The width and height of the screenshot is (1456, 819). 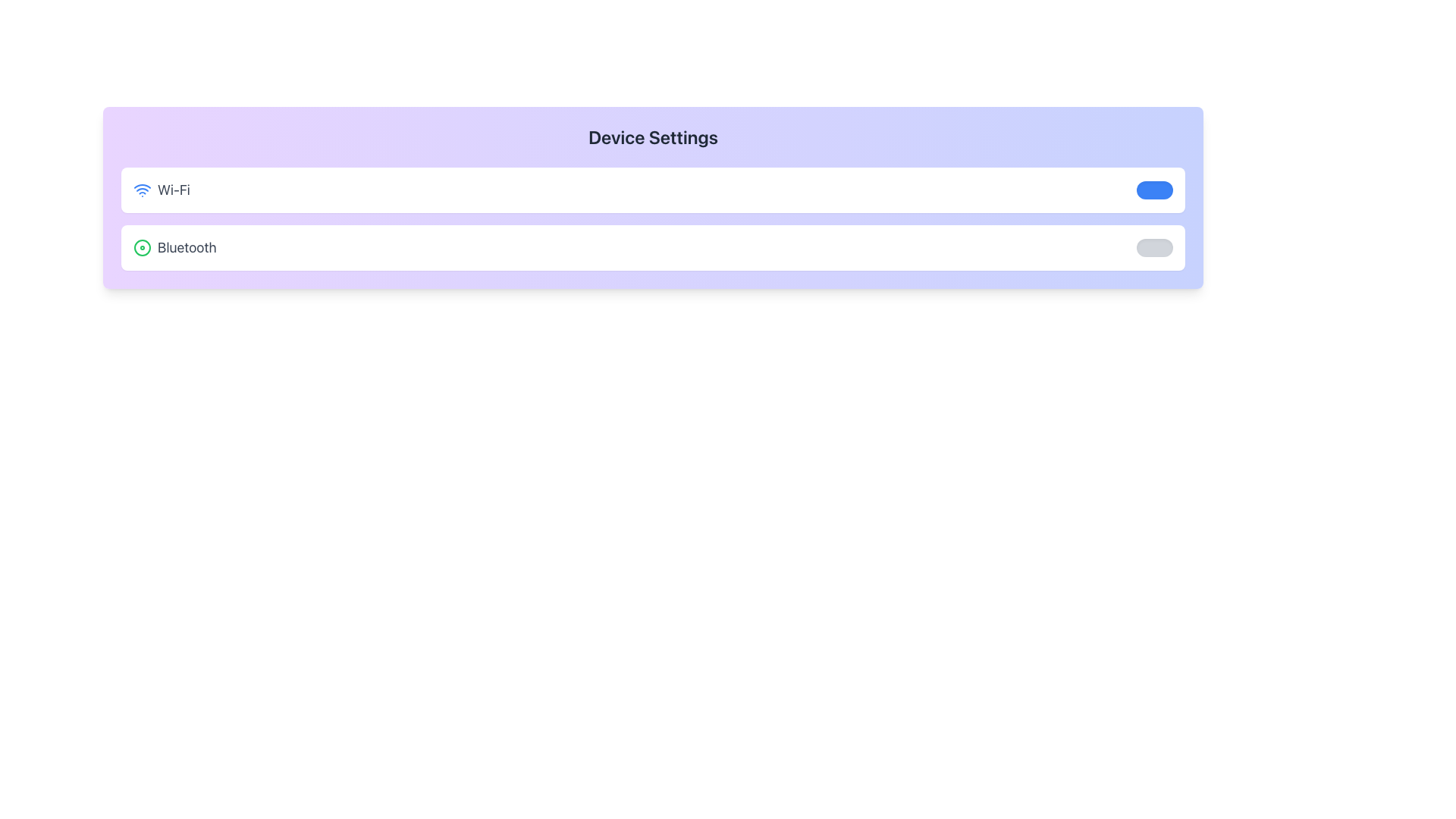 I want to click on the toggle switch with a blue background and rounded edges located at the far-right end of the Wi-Fi settings row, so click(x=1153, y=189).